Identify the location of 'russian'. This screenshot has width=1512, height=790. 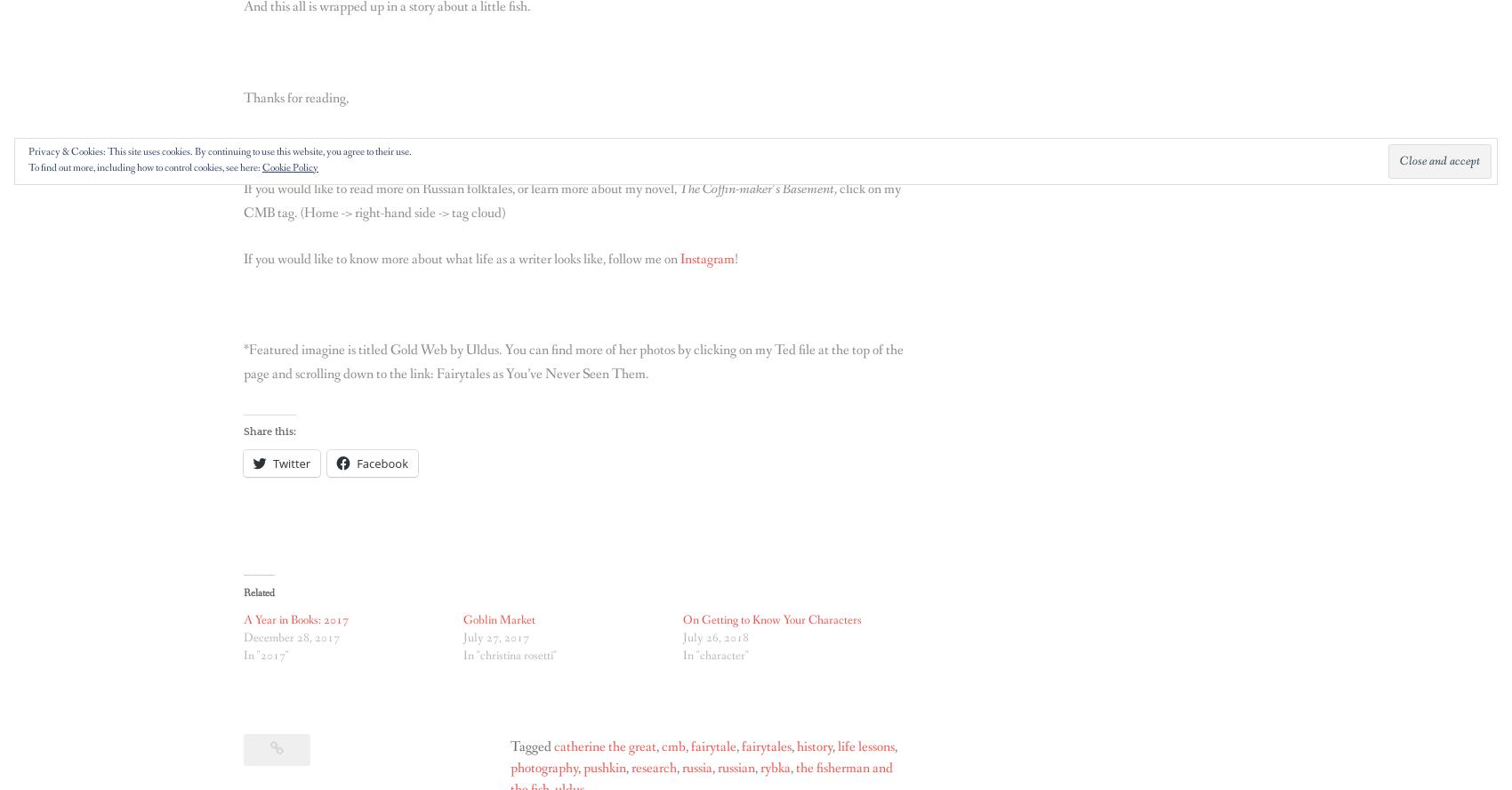
(735, 767).